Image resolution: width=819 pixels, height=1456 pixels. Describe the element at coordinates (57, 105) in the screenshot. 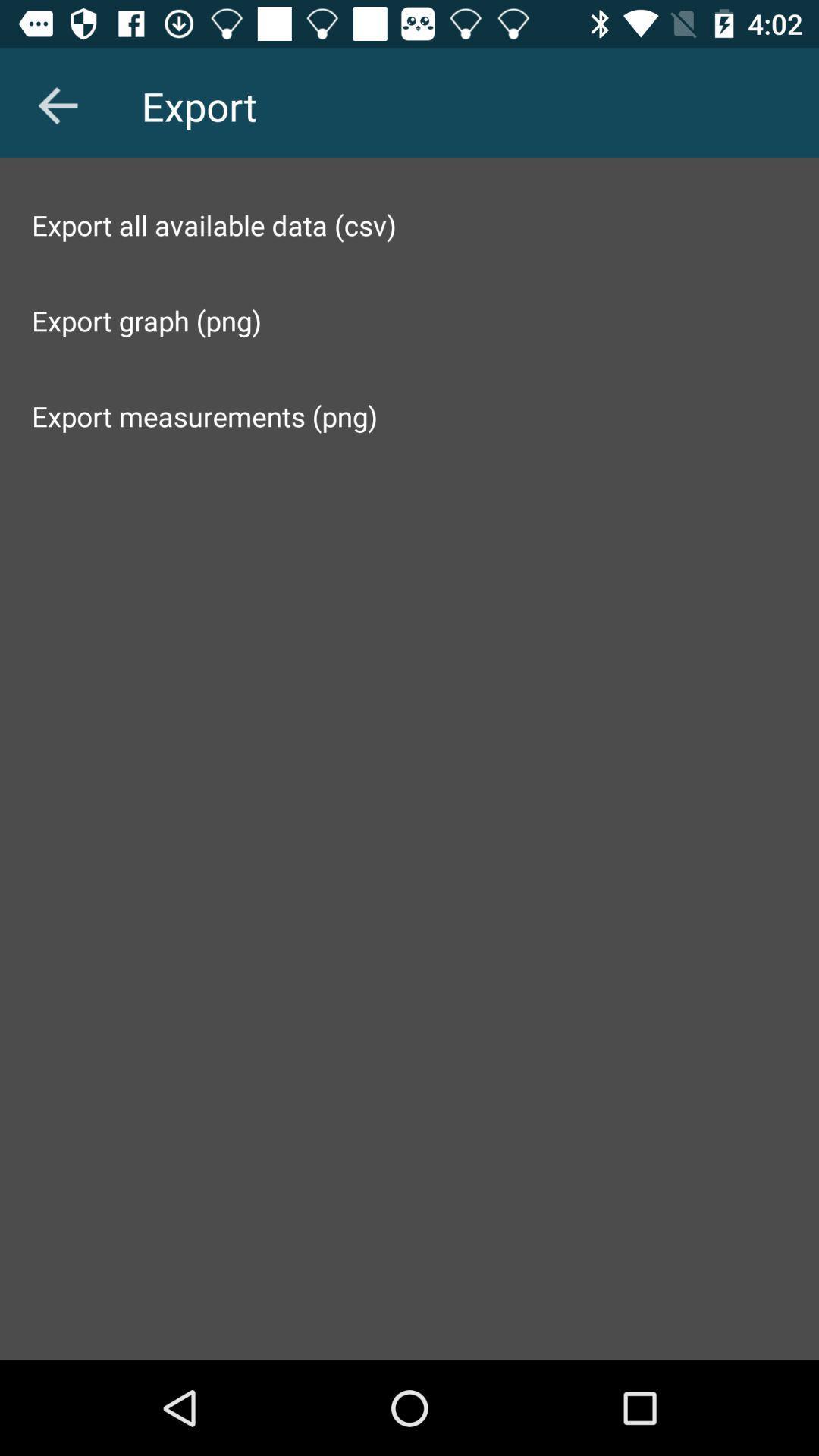

I see `icon next to export` at that location.